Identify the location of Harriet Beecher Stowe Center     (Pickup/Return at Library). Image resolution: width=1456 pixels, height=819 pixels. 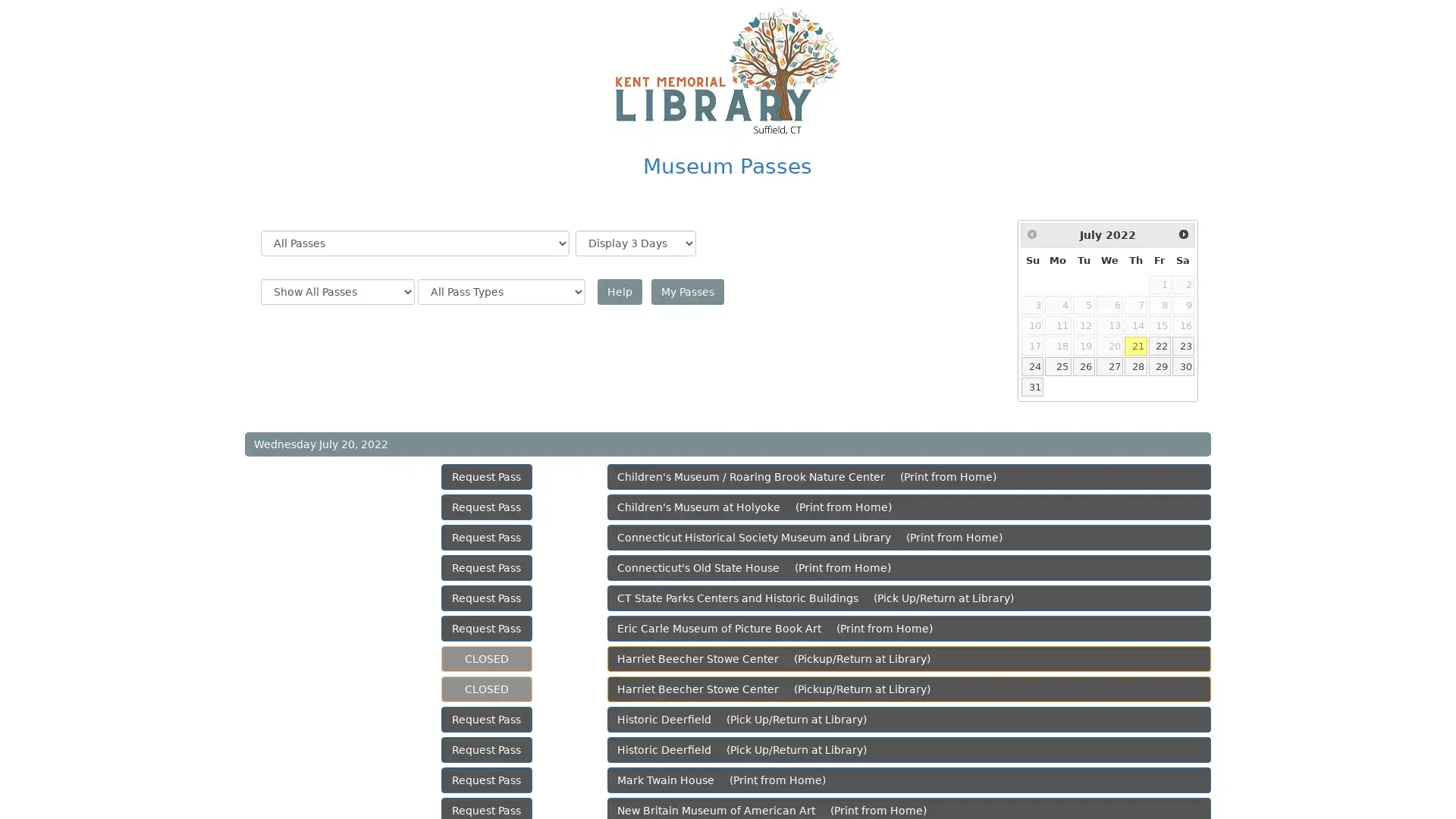
(908, 657).